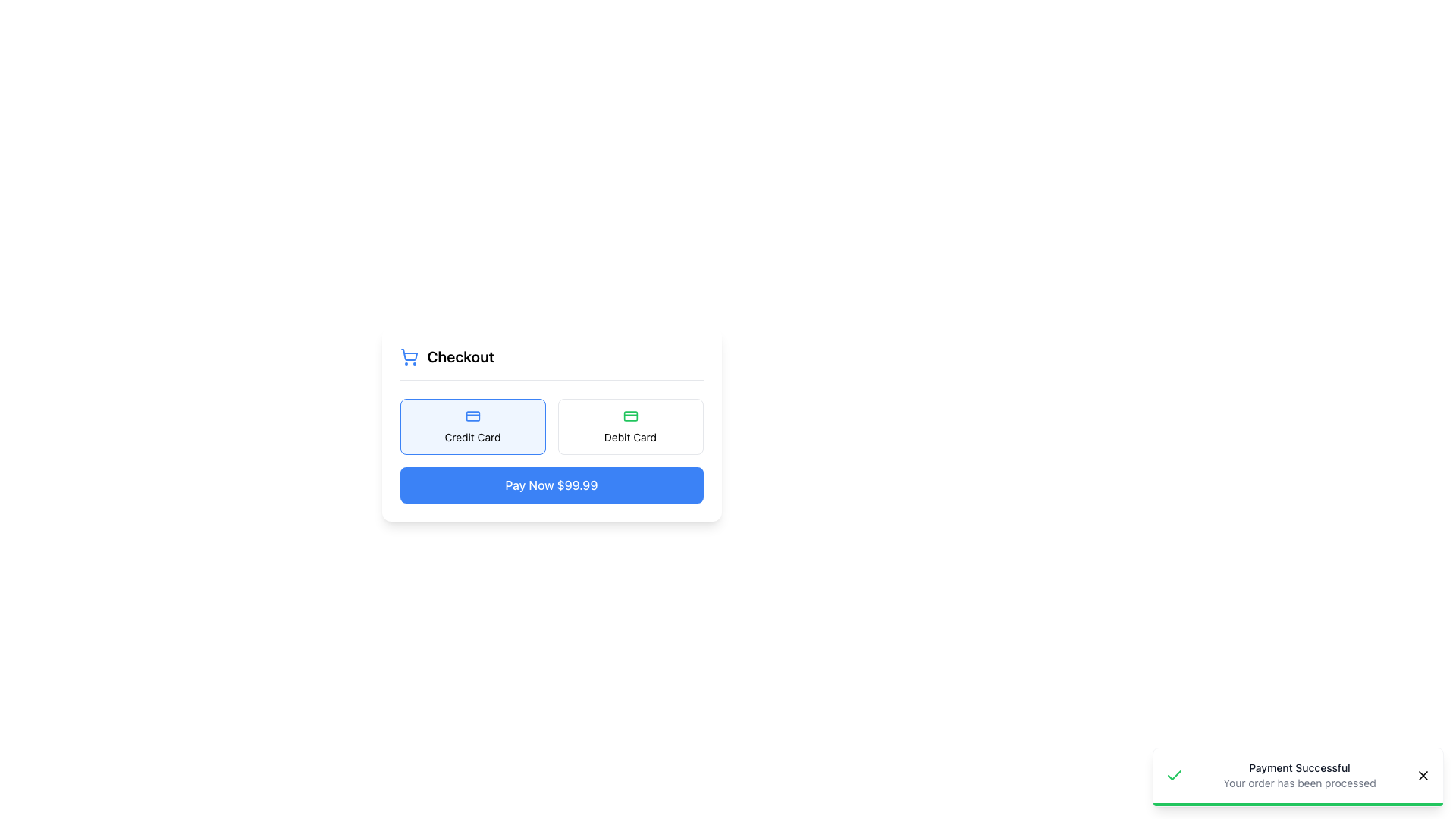 The width and height of the screenshot is (1456, 819). I want to click on text label 'Checkout' which is styled in a bold, large font and located next to a shopping cart icon, so click(460, 356).